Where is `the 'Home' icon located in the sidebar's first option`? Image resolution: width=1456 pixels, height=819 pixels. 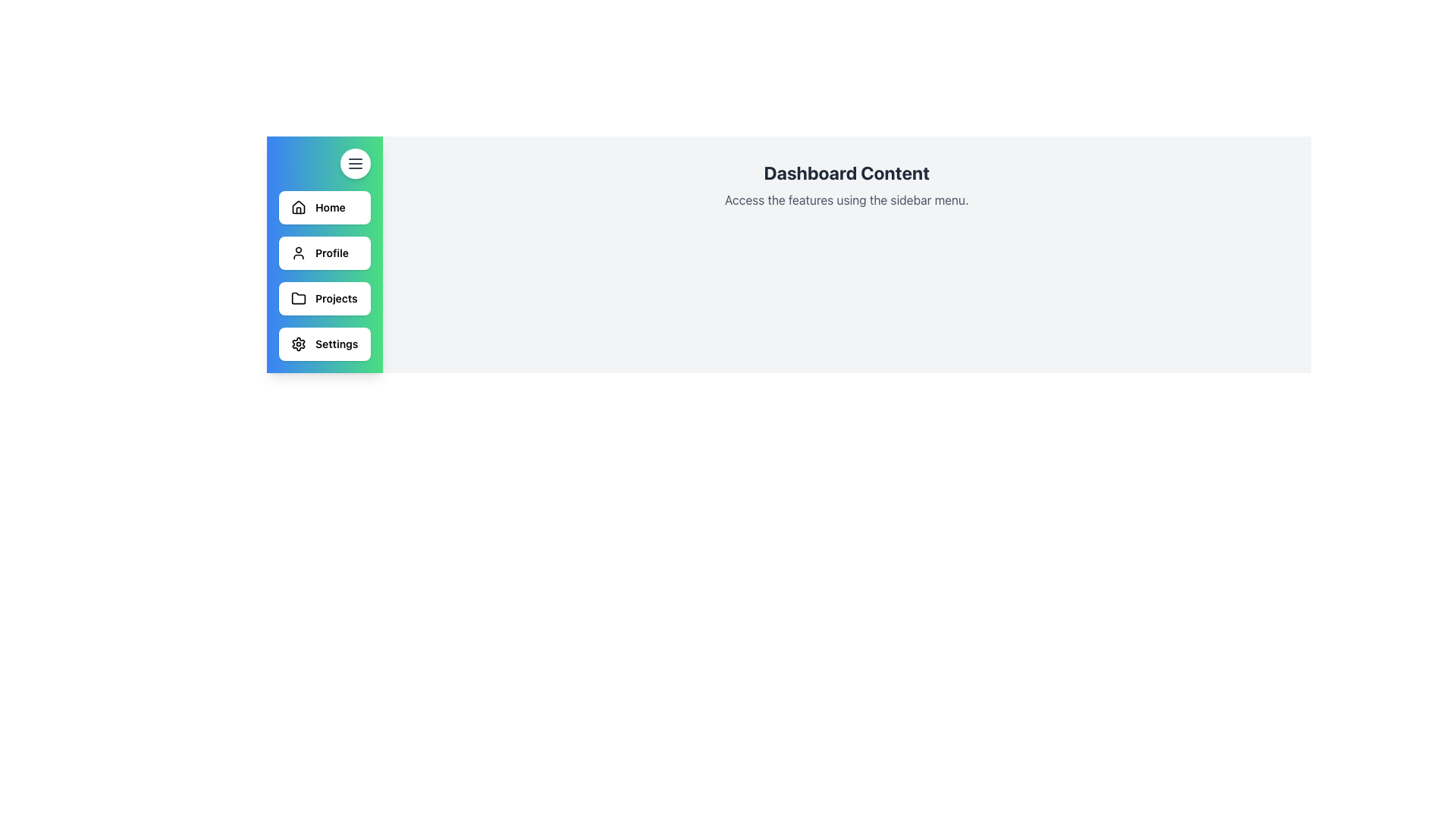 the 'Home' icon located in the sidebar's first option is located at coordinates (298, 207).